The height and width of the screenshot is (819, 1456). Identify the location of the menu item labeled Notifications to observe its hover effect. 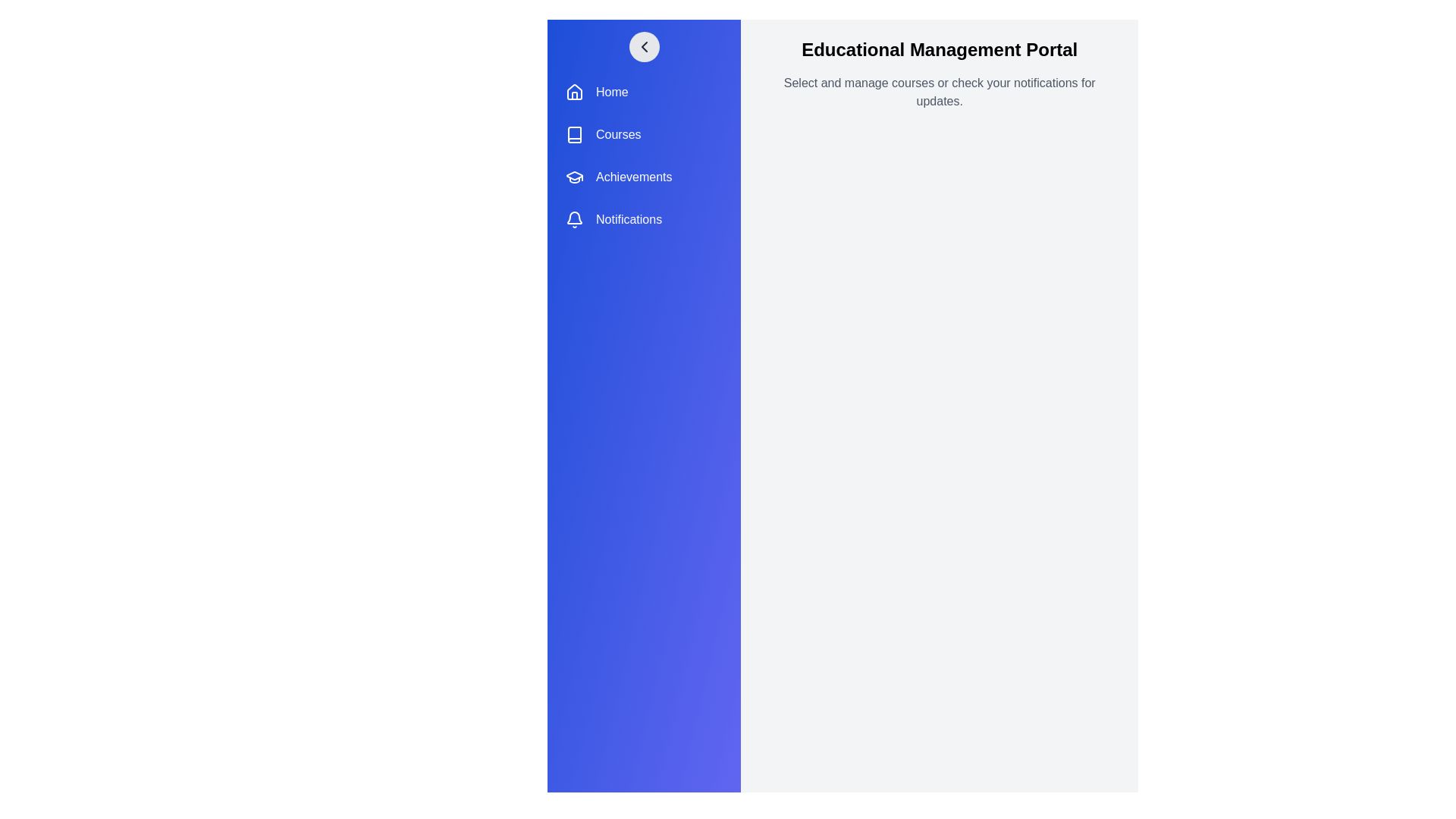
(644, 219).